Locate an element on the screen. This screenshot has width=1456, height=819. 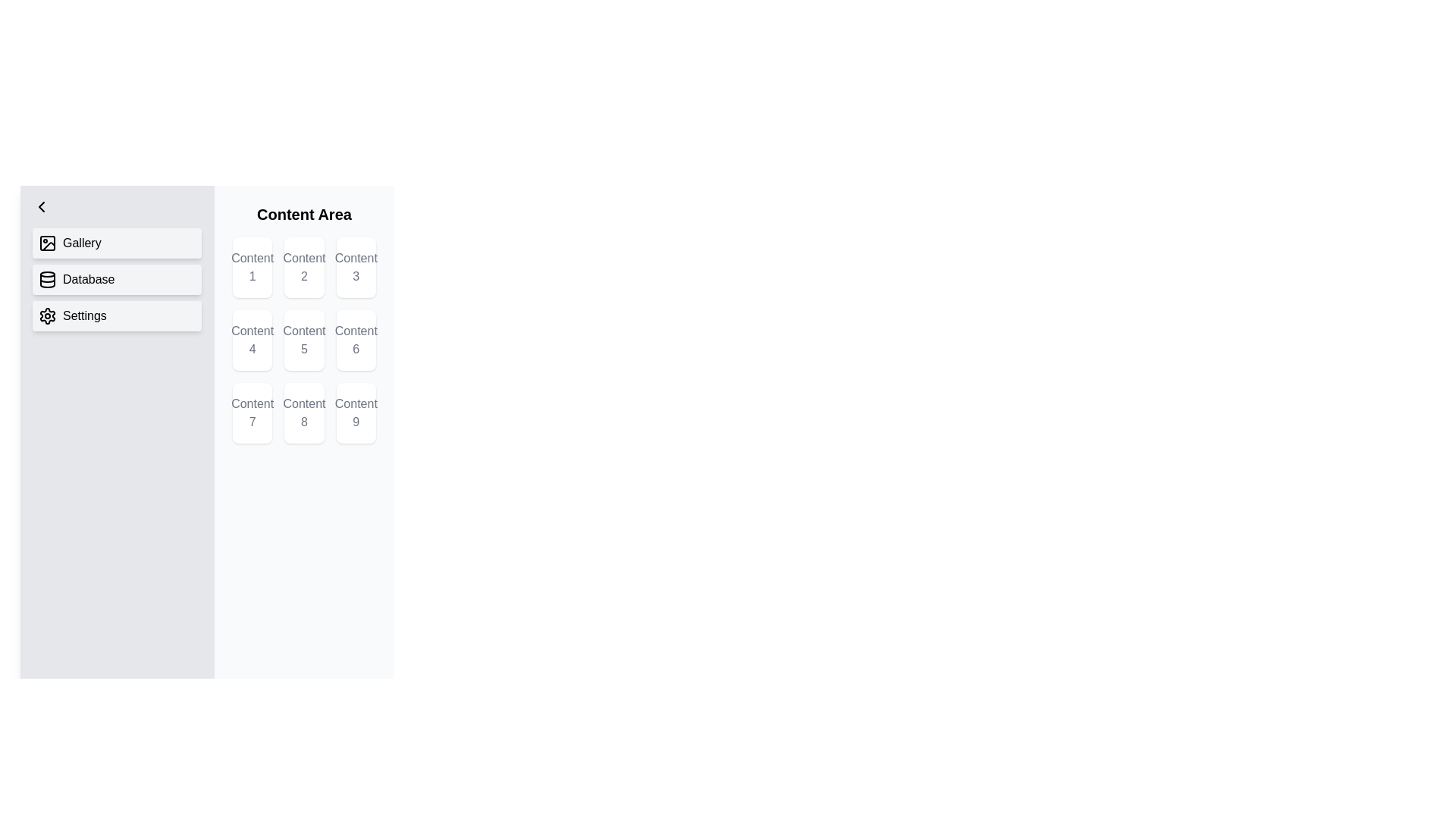
text label 'Settings' within the light gray button that features a gear icon on the left side, located in the vertical navigation sidebar is located at coordinates (83, 315).